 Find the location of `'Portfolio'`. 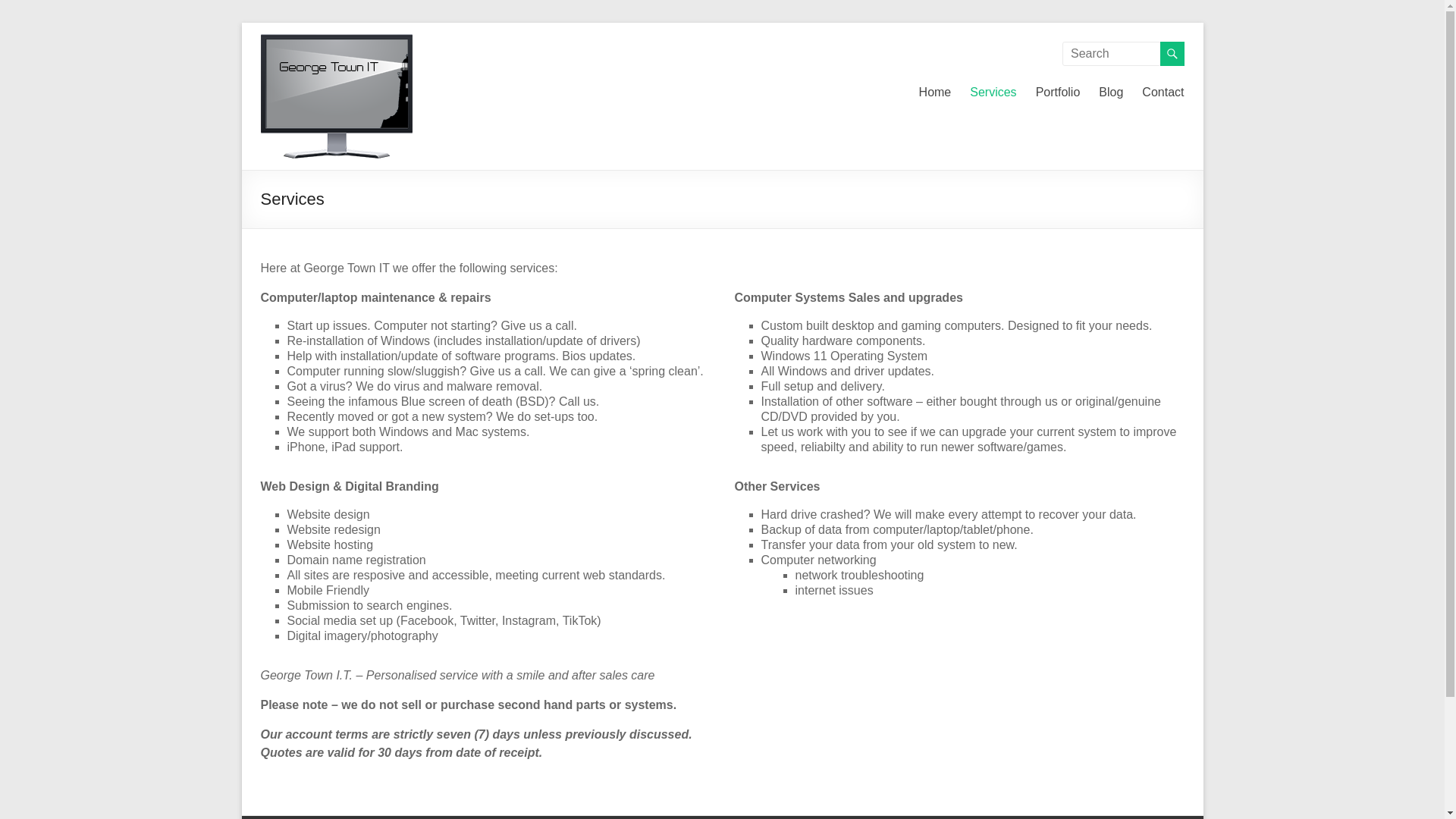

'Portfolio' is located at coordinates (1057, 93).